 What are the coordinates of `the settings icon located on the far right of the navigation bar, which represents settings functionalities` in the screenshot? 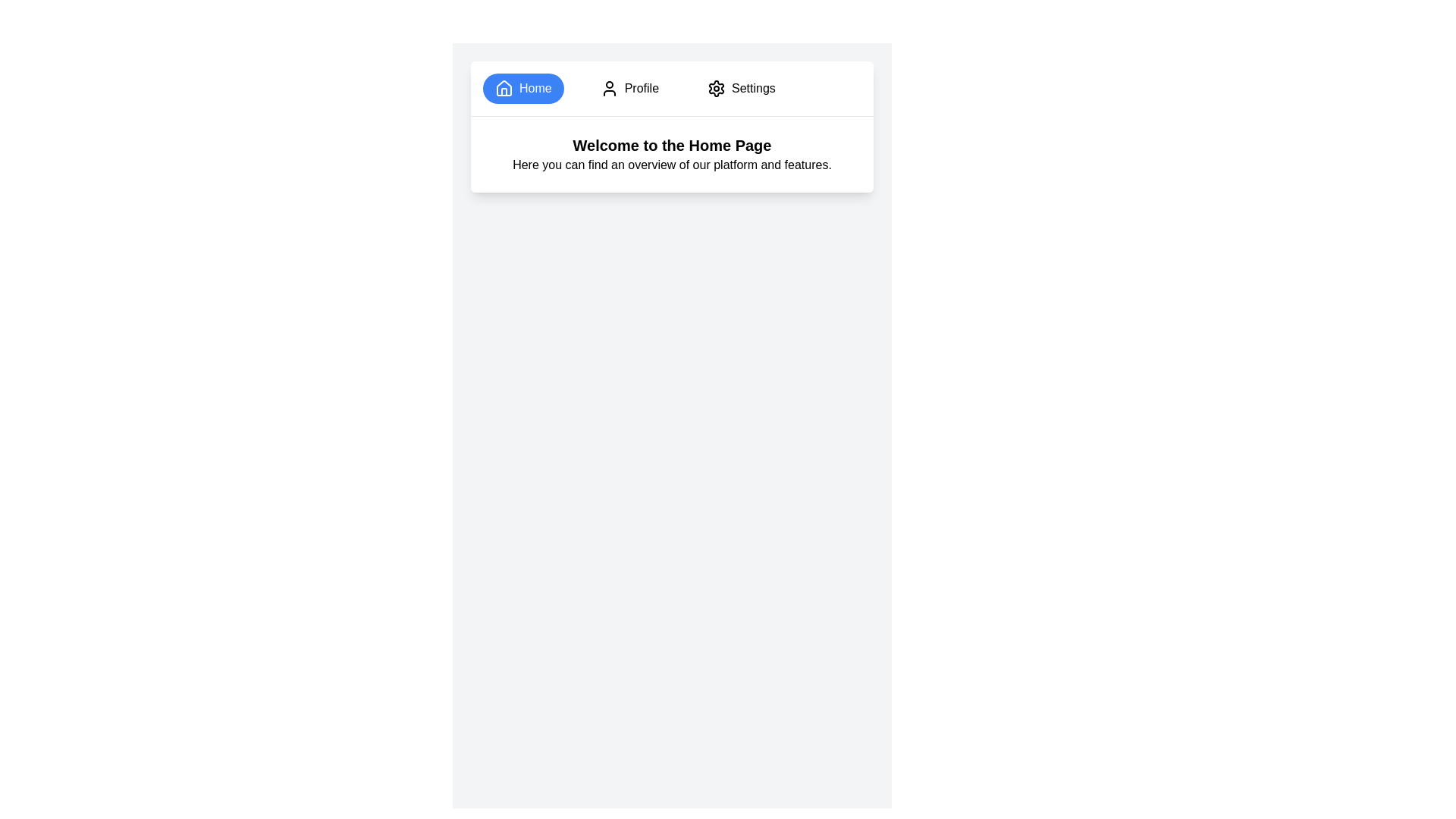 It's located at (716, 88).